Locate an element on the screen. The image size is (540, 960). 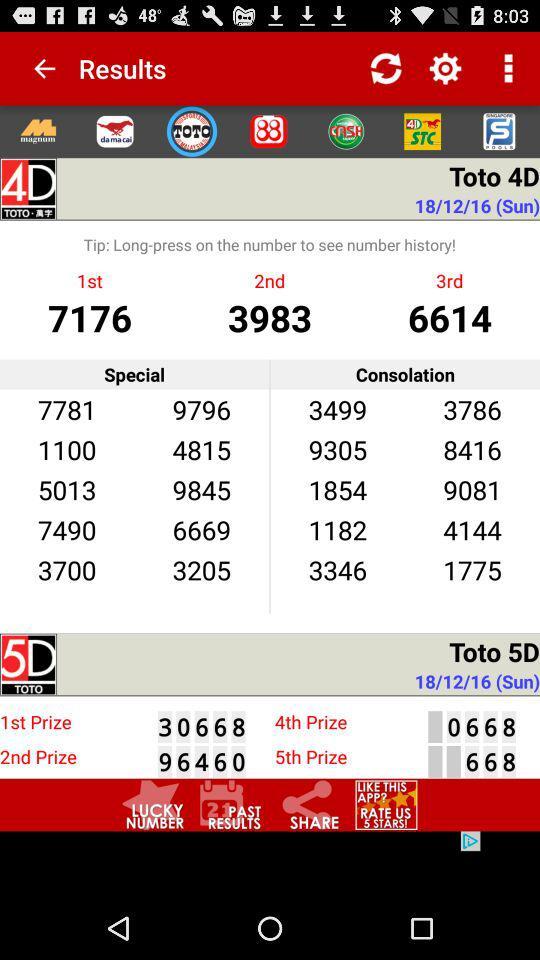
share the results is located at coordinates (308, 805).